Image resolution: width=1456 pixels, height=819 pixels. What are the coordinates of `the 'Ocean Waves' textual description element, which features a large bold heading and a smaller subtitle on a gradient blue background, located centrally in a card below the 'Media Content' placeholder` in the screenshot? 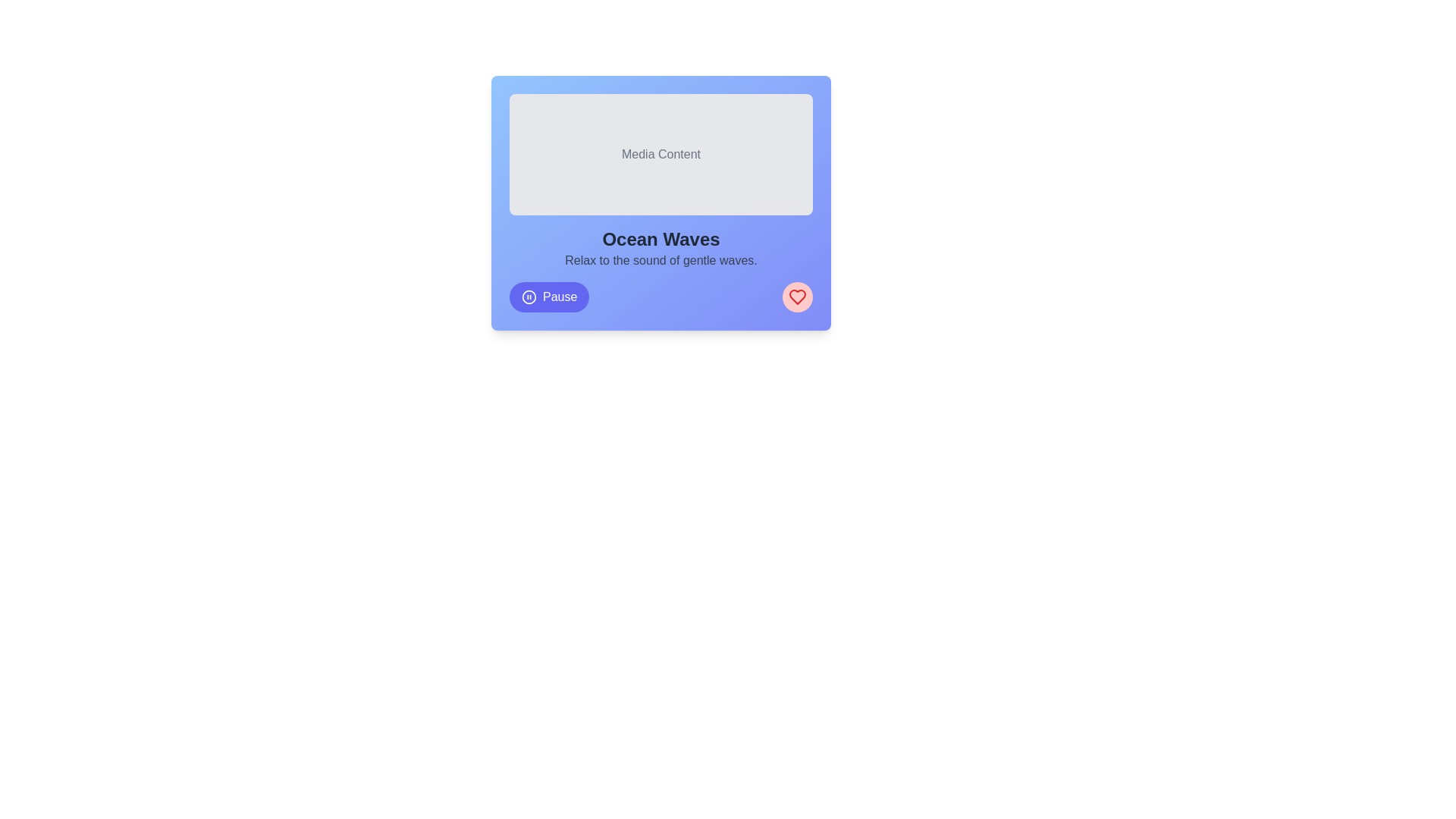 It's located at (661, 247).